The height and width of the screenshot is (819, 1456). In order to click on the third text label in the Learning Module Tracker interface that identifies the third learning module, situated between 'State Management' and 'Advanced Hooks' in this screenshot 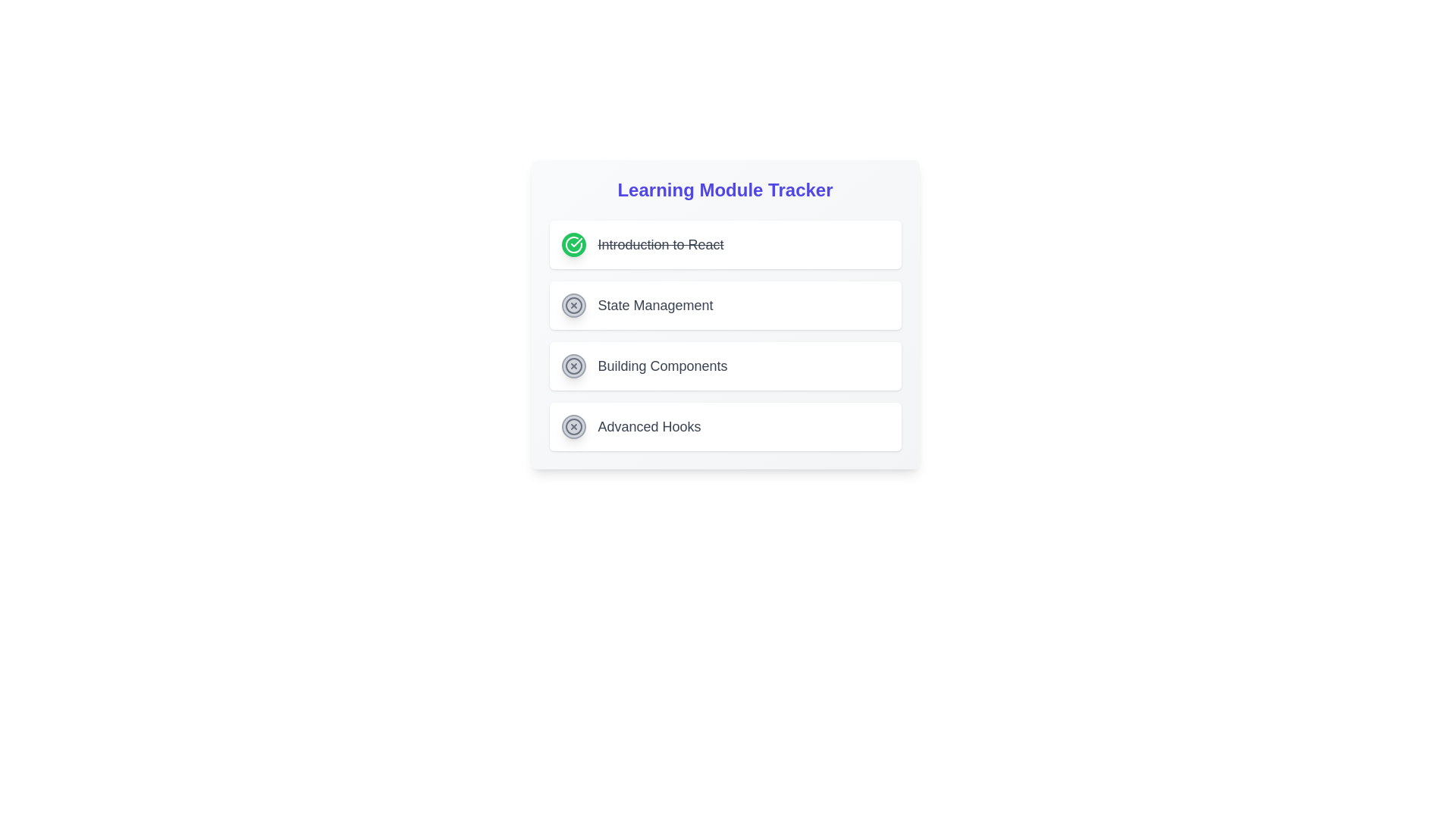, I will do `click(662, 366)`.